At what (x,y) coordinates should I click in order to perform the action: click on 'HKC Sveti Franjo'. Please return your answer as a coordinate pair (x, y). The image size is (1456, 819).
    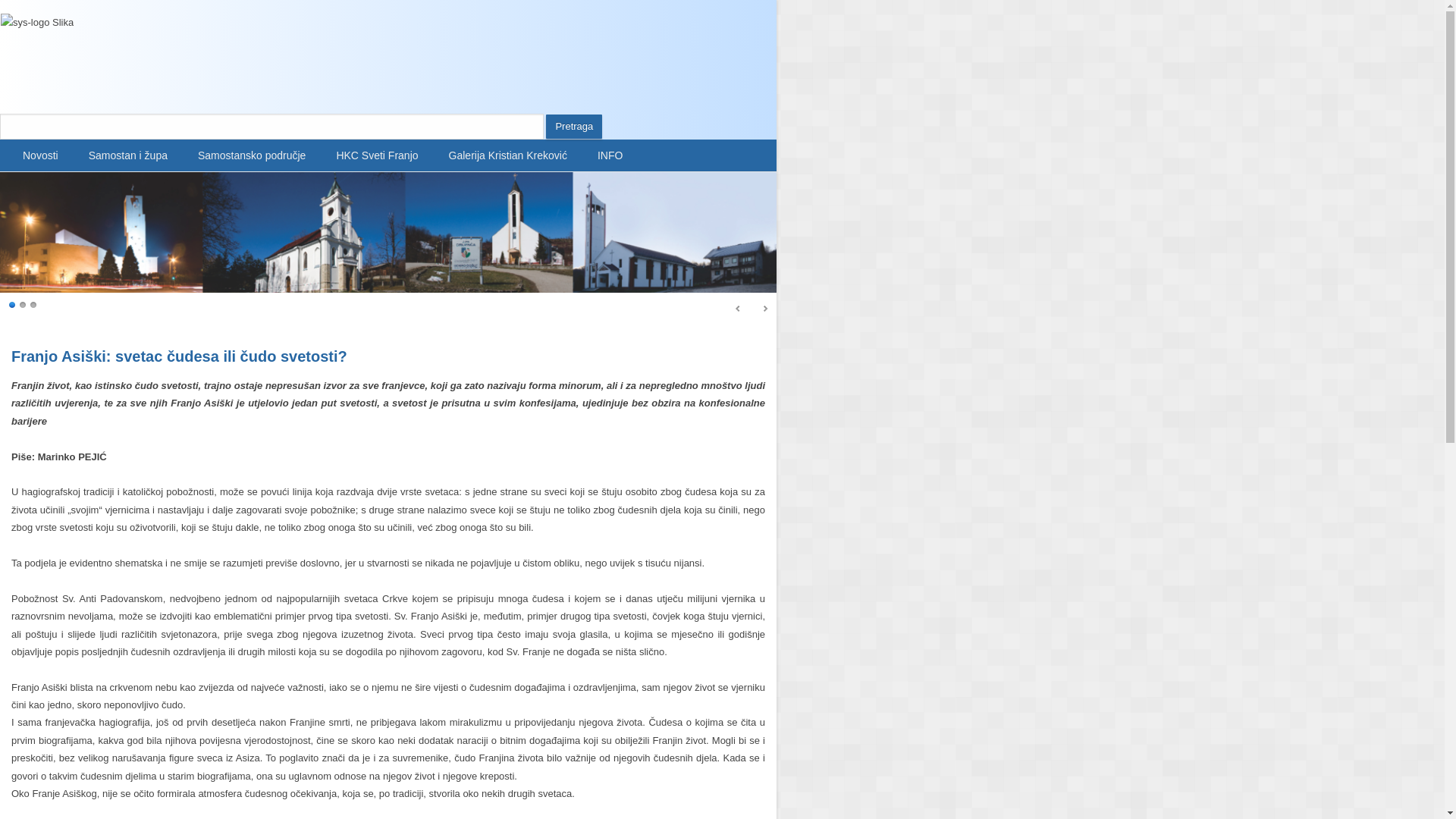
    Looking at the image, I should click on (377, 155).